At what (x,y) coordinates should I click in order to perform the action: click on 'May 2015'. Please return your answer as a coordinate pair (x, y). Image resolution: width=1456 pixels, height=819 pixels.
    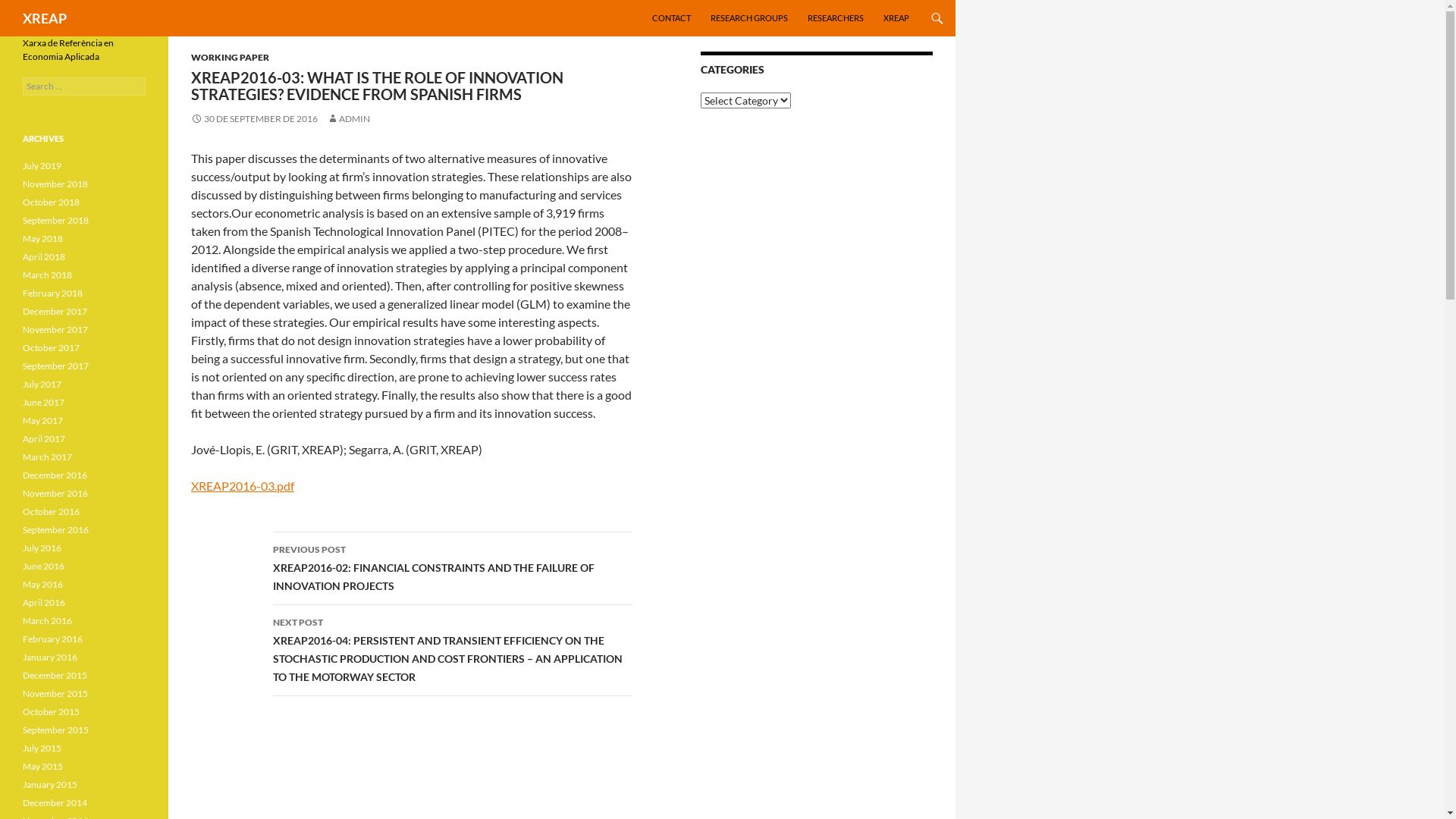
    Looking at the image, I should click on (42, 766).